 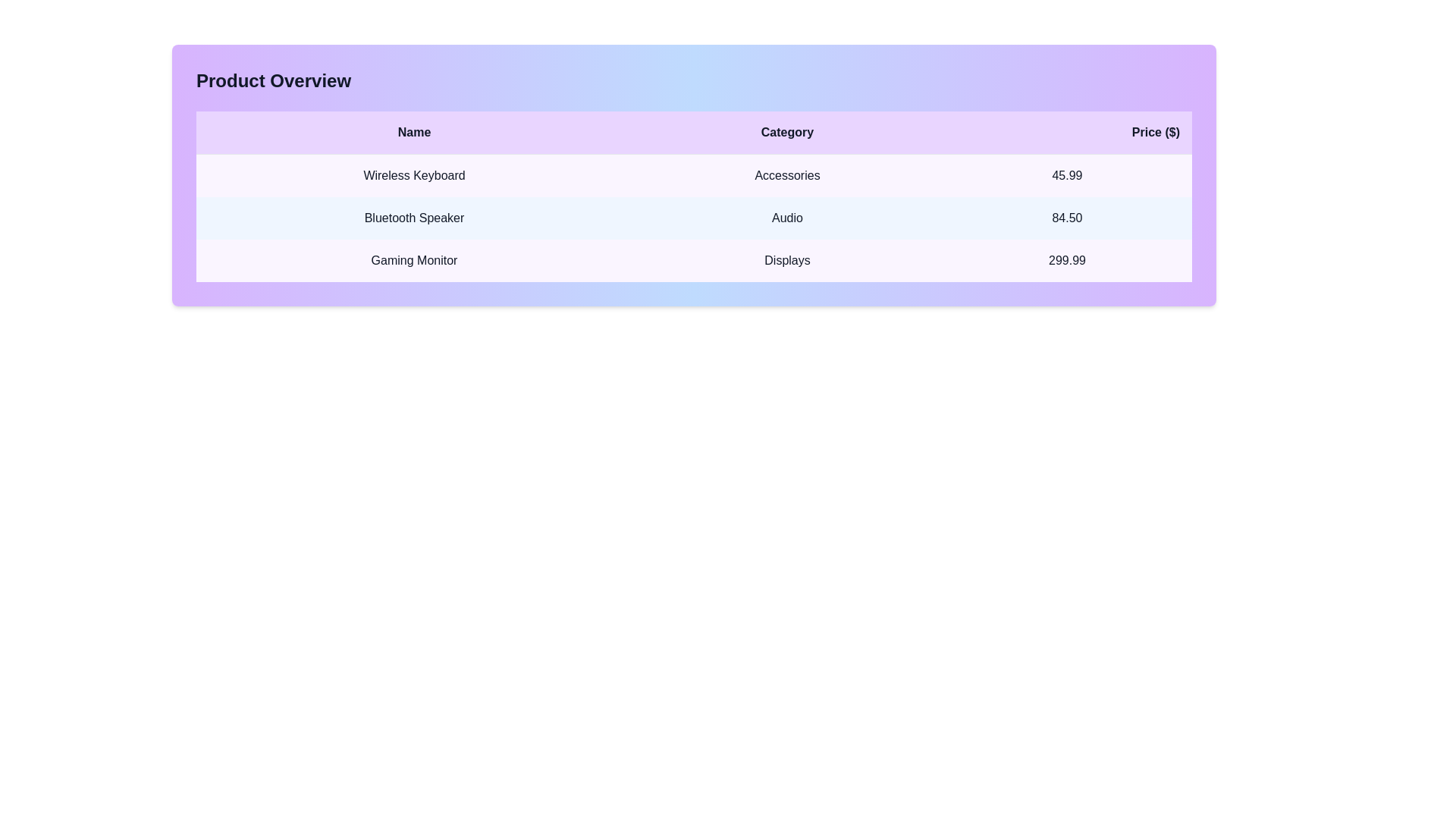 What do you see at coordinates (1066, 174) in the screenshot?
I see `monetary value '45.99' displayed in bold text in the last column of the first data row of the table under the 'Price ($)' header` at bounding box center [1066, 174].